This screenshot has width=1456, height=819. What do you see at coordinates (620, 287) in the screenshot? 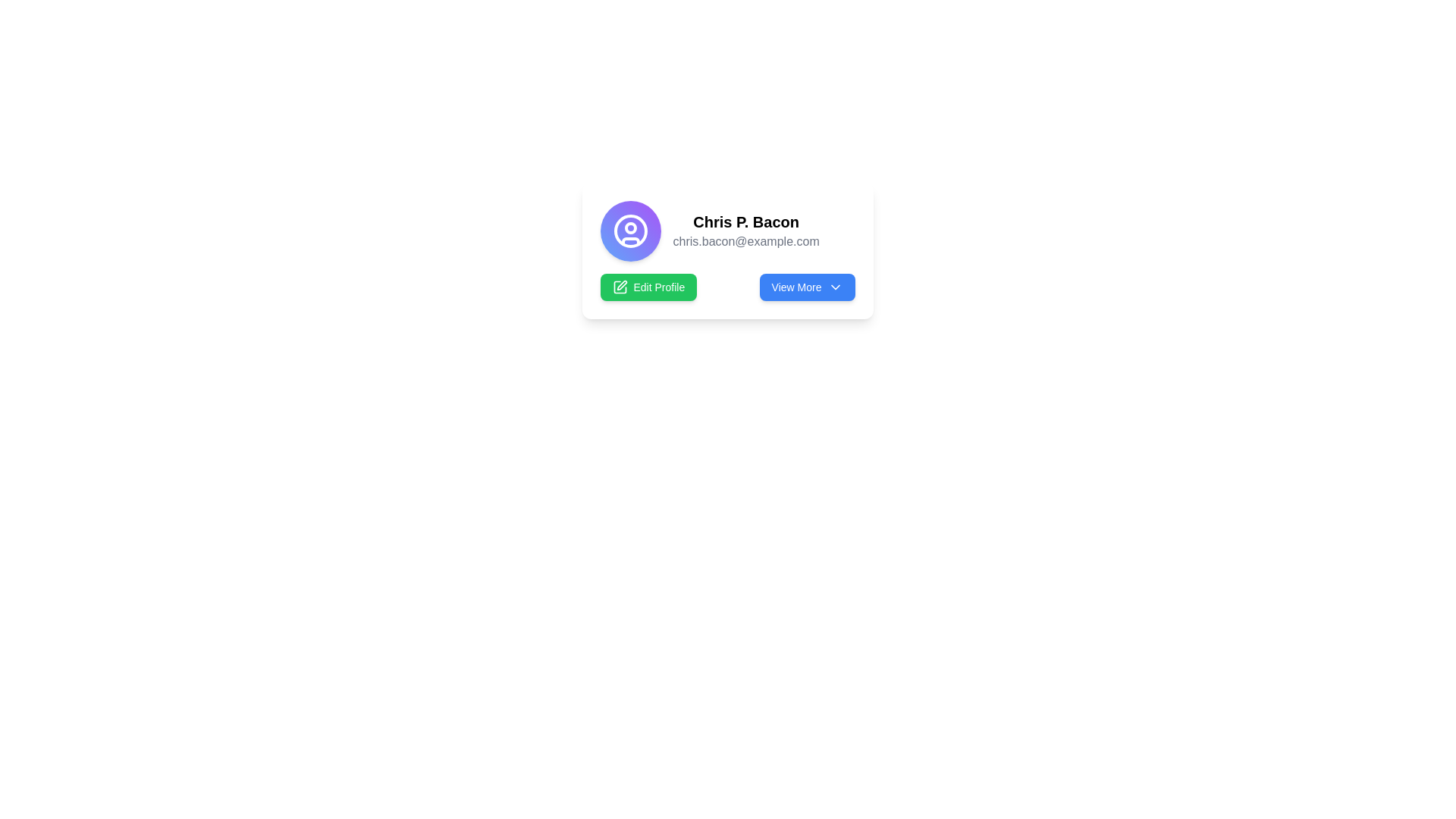
I see `the pen icon located inside the green 'Edit Profile' button, which is positioned to the left of the button's text` at bounding box center [620, 287].